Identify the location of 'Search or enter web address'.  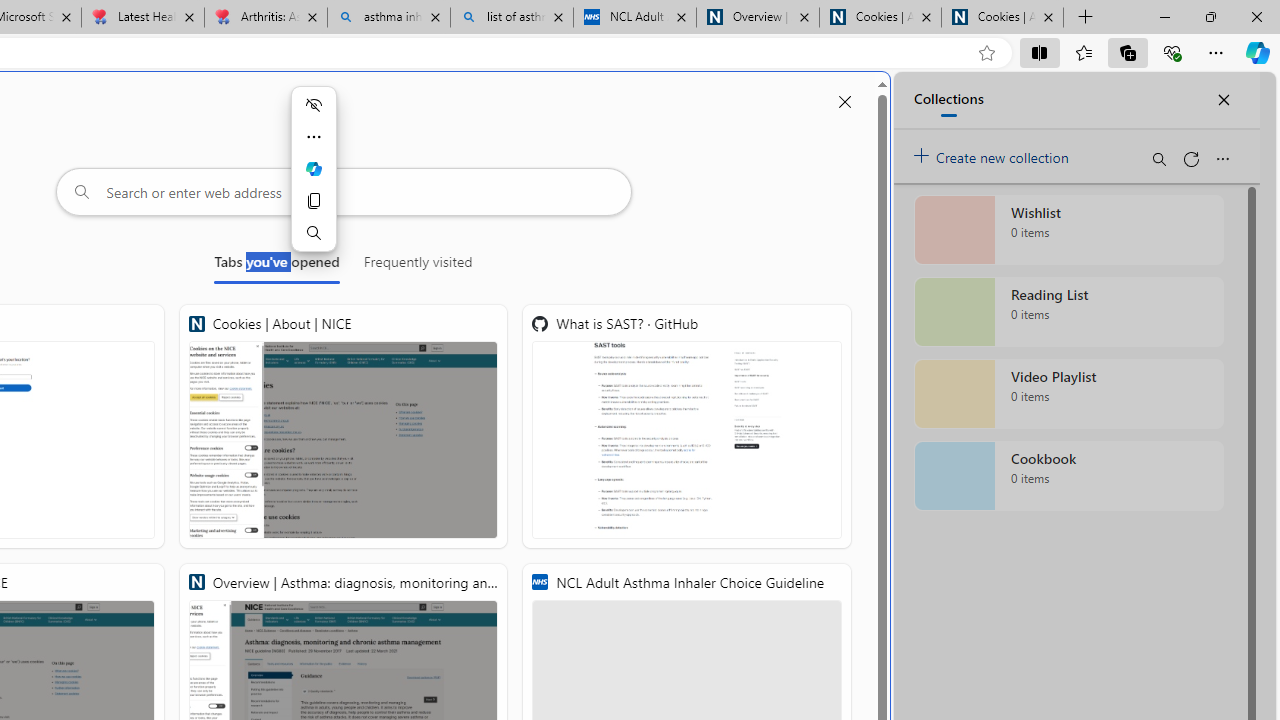
(343, 191).